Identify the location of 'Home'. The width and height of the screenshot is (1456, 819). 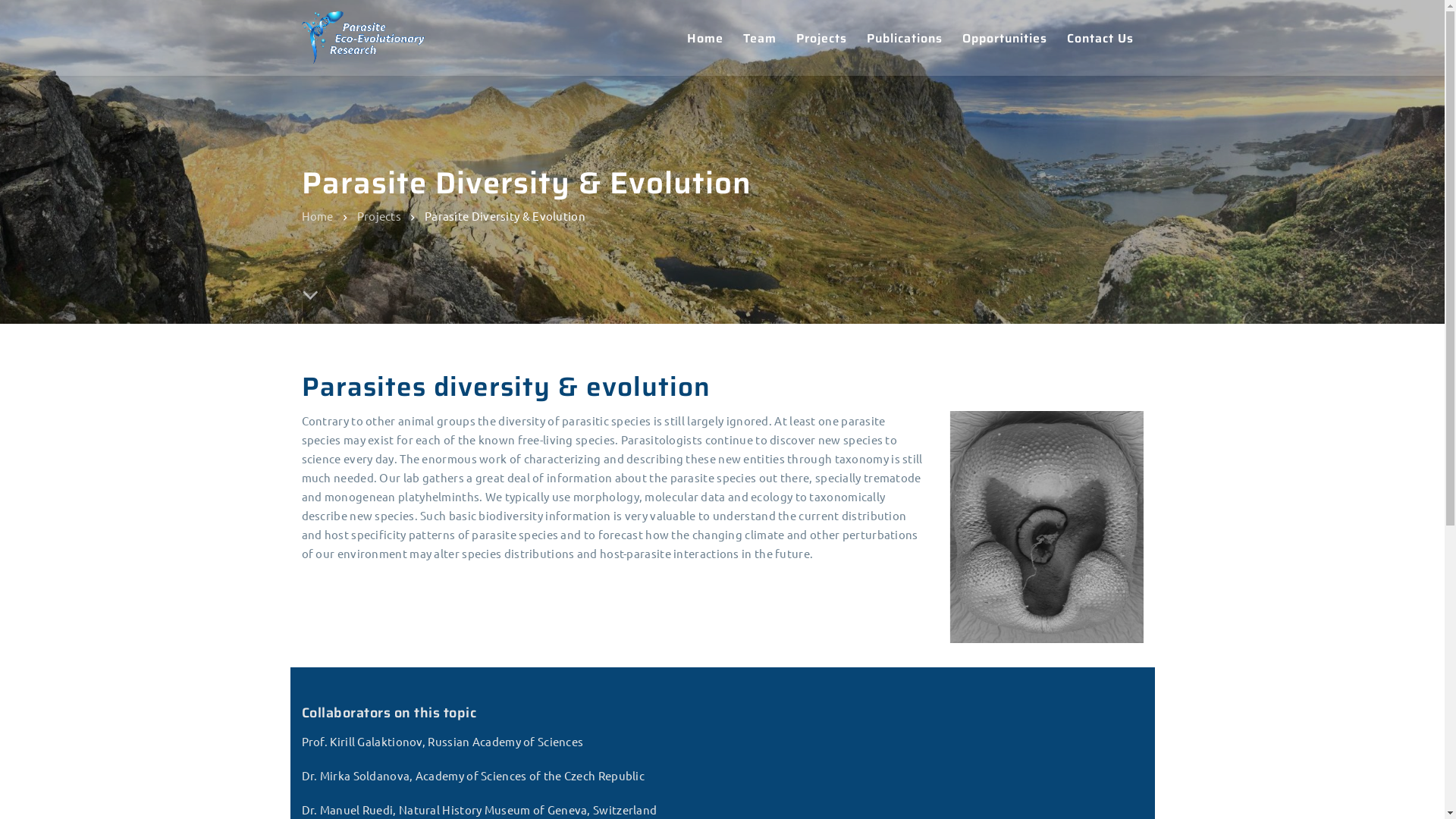
(316, 215).